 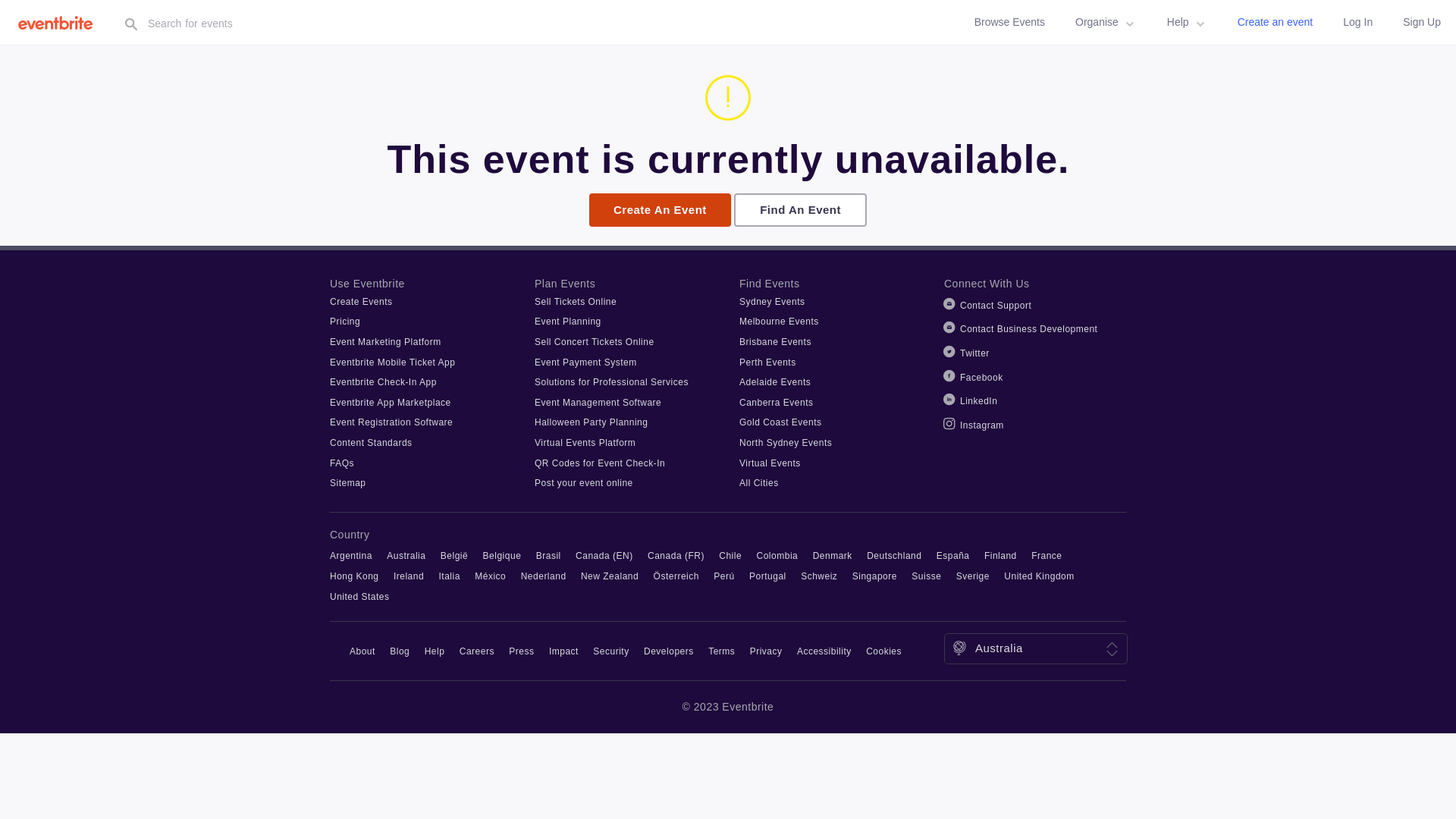 What do you see at coordinates (329, 381) in the screenshot?
I see `'Eventbrite Check-In App'` at bounding box center [329, 381].